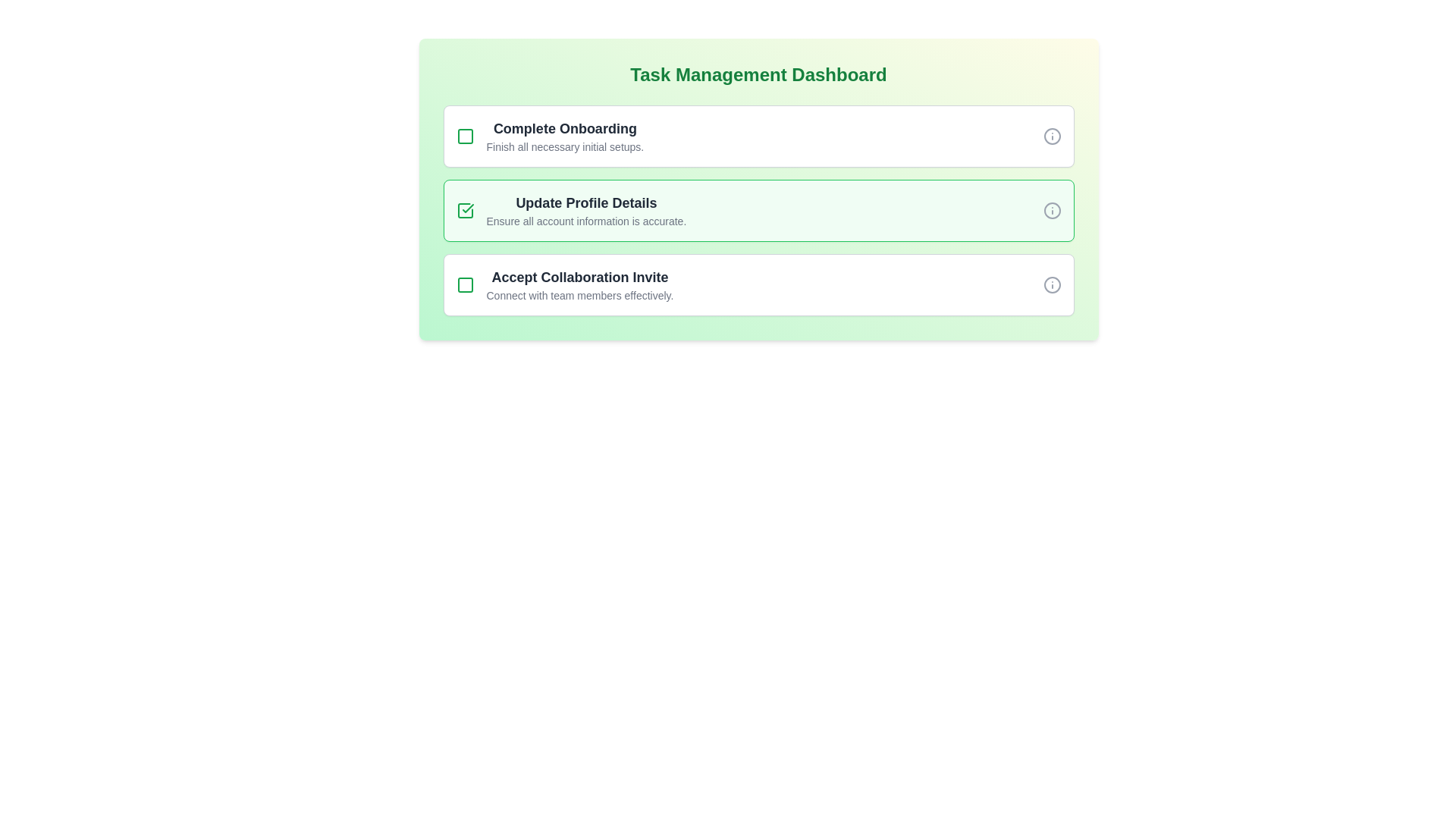 The width and height of the screenshot is (1456, 819). I want to click on the small circular gray icon with an 'information' symbol located at the far right end of the 'Accept Collaboration Invite' card, so click(1051, 284).